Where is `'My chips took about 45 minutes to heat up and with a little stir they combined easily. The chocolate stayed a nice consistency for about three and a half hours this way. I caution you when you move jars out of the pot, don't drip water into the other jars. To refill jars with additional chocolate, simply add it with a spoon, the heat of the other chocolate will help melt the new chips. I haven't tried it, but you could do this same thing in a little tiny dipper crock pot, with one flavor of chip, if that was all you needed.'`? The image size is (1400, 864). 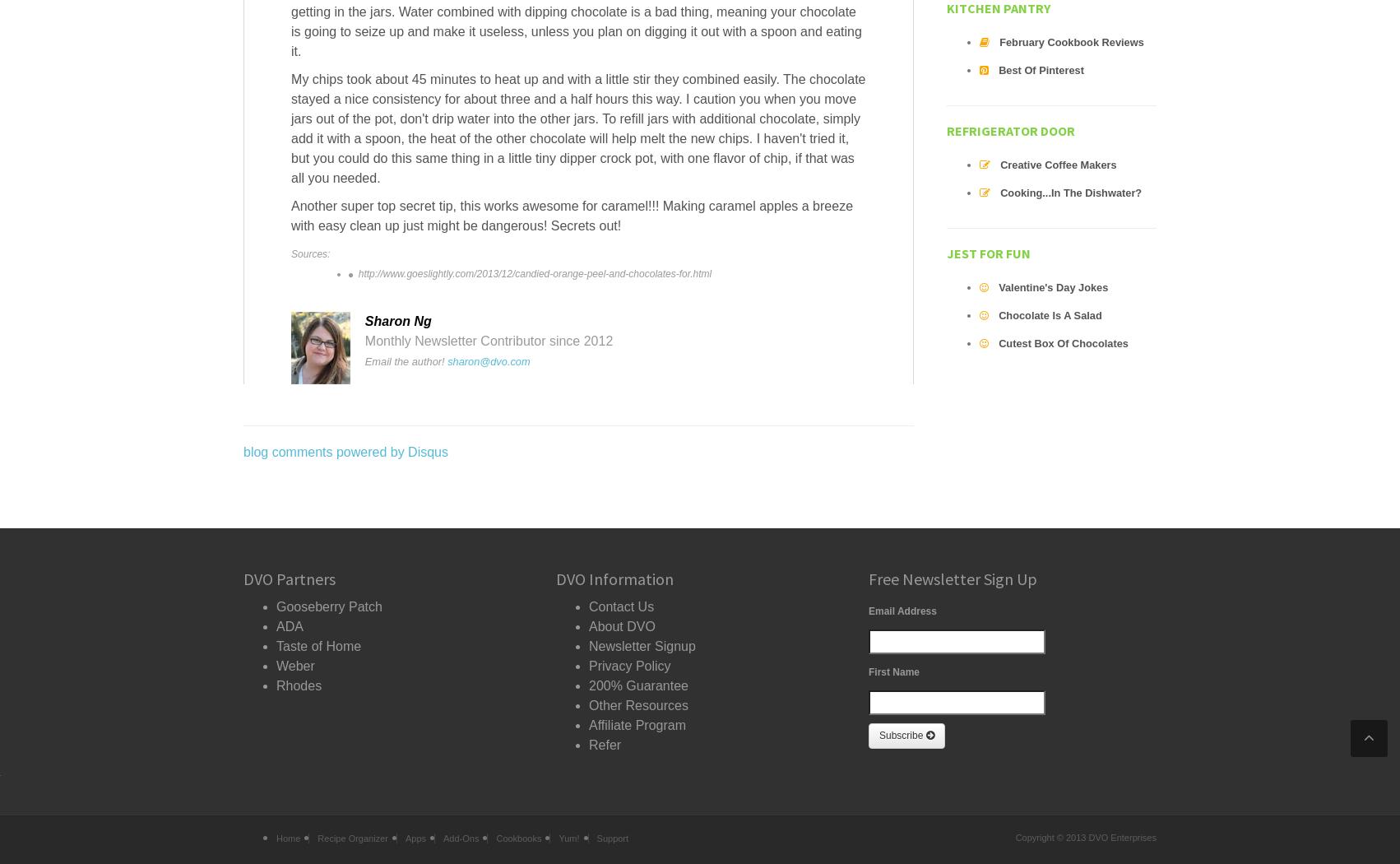
'My chips took about 45 minutes to heat up and with a little stir they combined easily. The chocolate stayed a nice consistency for about three and a half hours this way. I caution you when you move jars out of the pot, don't drip water into the other jars. To refill jars with additional chocolate, simply add it with a spoon, the heat of the other chocolate will help melt the new chips. I haven't tried it, but you could do this same thing in a little tiny dipper crock pot, with one flavor of chip, if that was all you needed.' is located at coordinates (577, 128).